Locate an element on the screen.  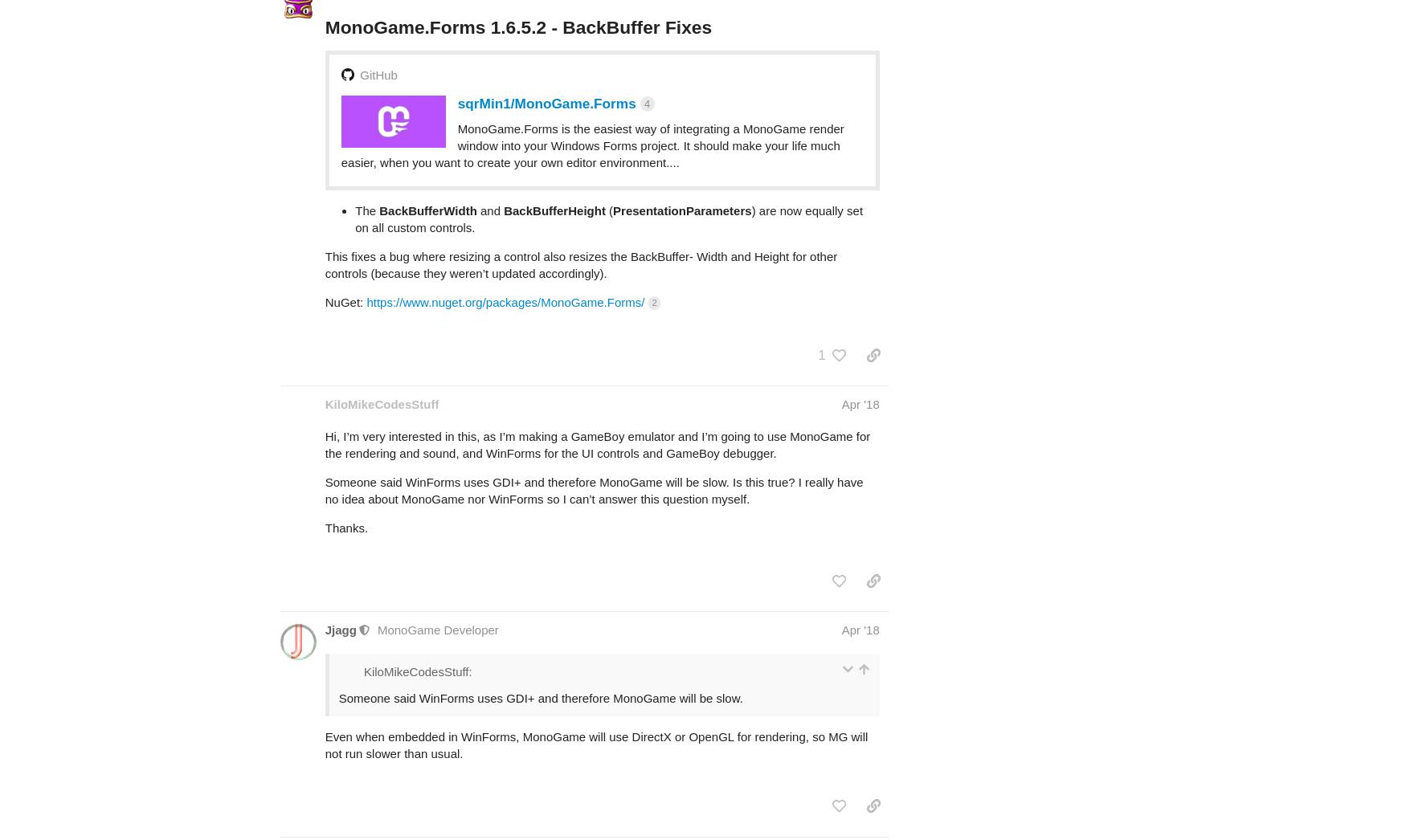
'4' is located at coordinates (644, 39).